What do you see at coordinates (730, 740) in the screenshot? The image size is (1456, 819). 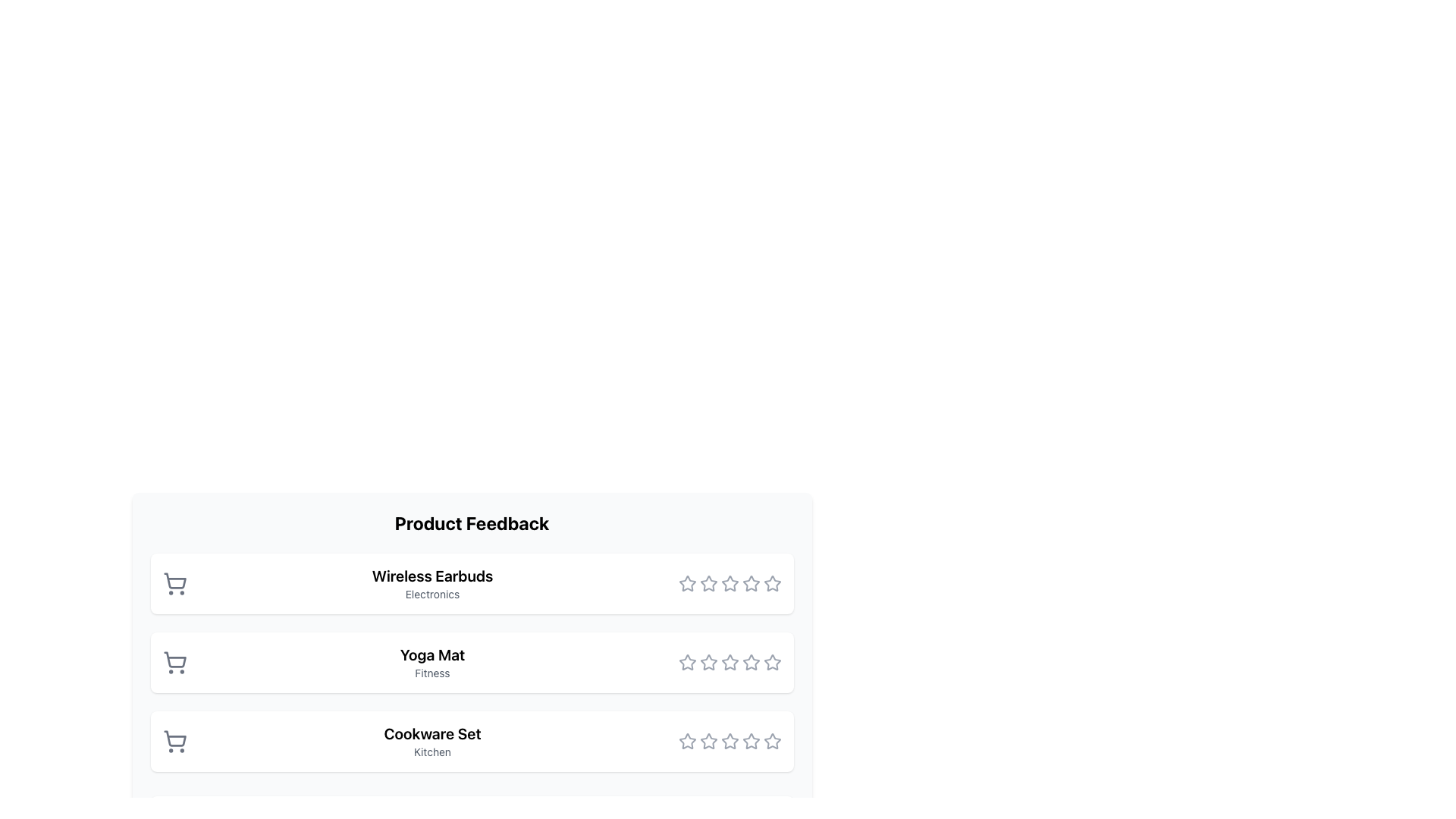 I see `the fifth star icon in the rating component for the 'Cookware Set'` at bounding box center [730, 740].